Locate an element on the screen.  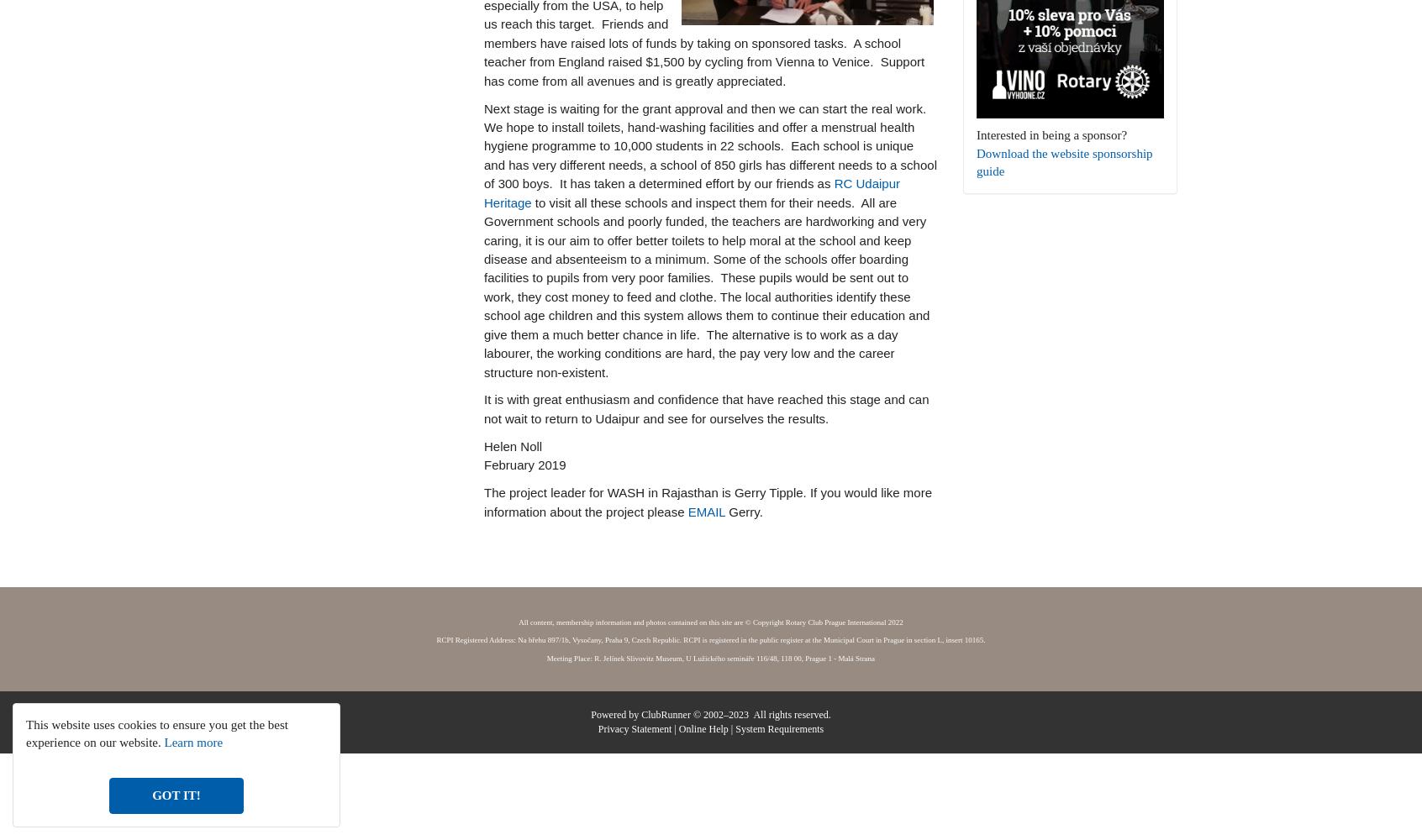
'This website uses cookies to ensure you get the best experience on our website.' is located at coordinates (155, 732).